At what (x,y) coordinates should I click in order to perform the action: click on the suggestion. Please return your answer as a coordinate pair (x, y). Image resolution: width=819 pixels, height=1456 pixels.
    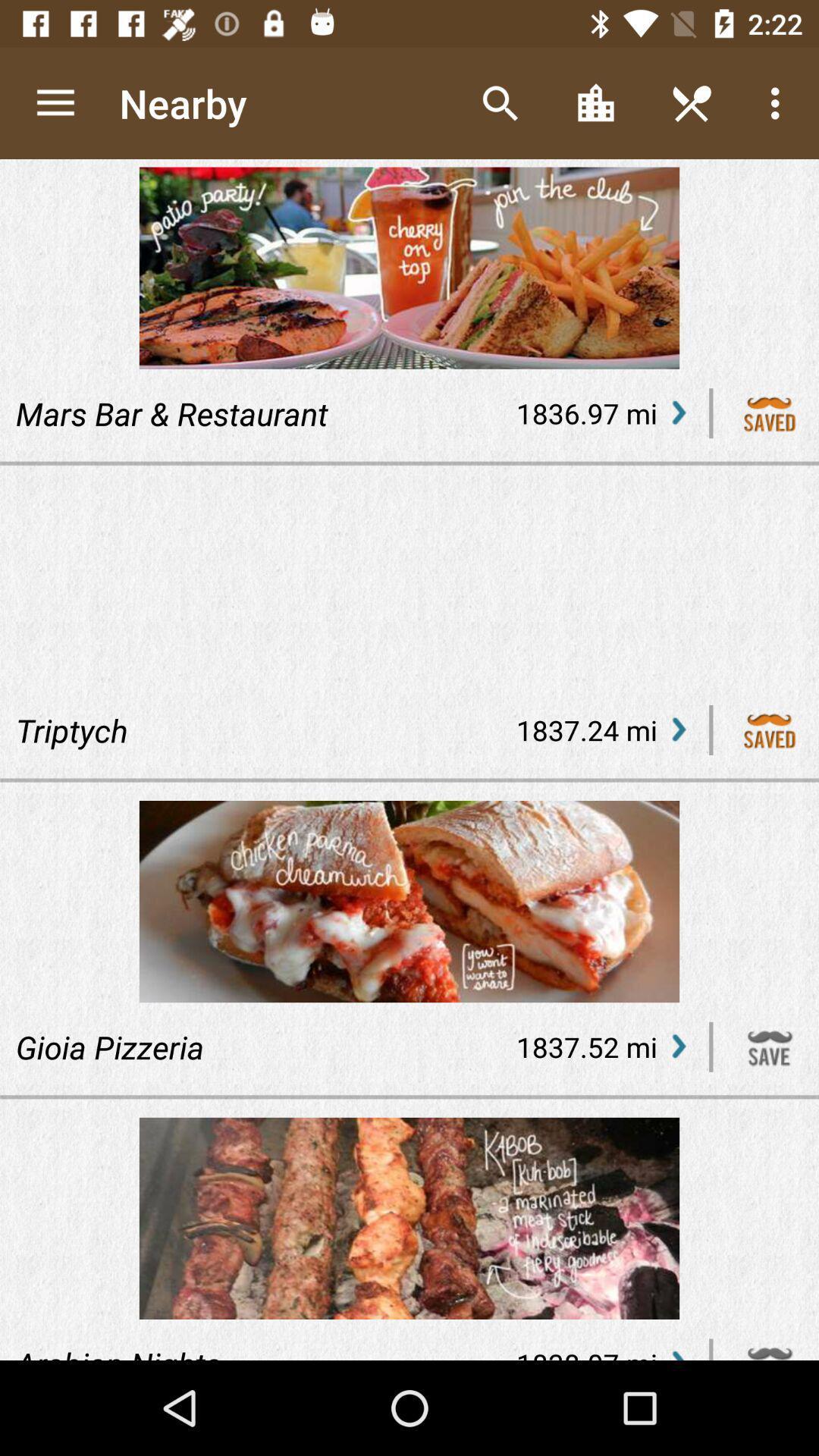
    Looking at the image, I should click on (770, 730).